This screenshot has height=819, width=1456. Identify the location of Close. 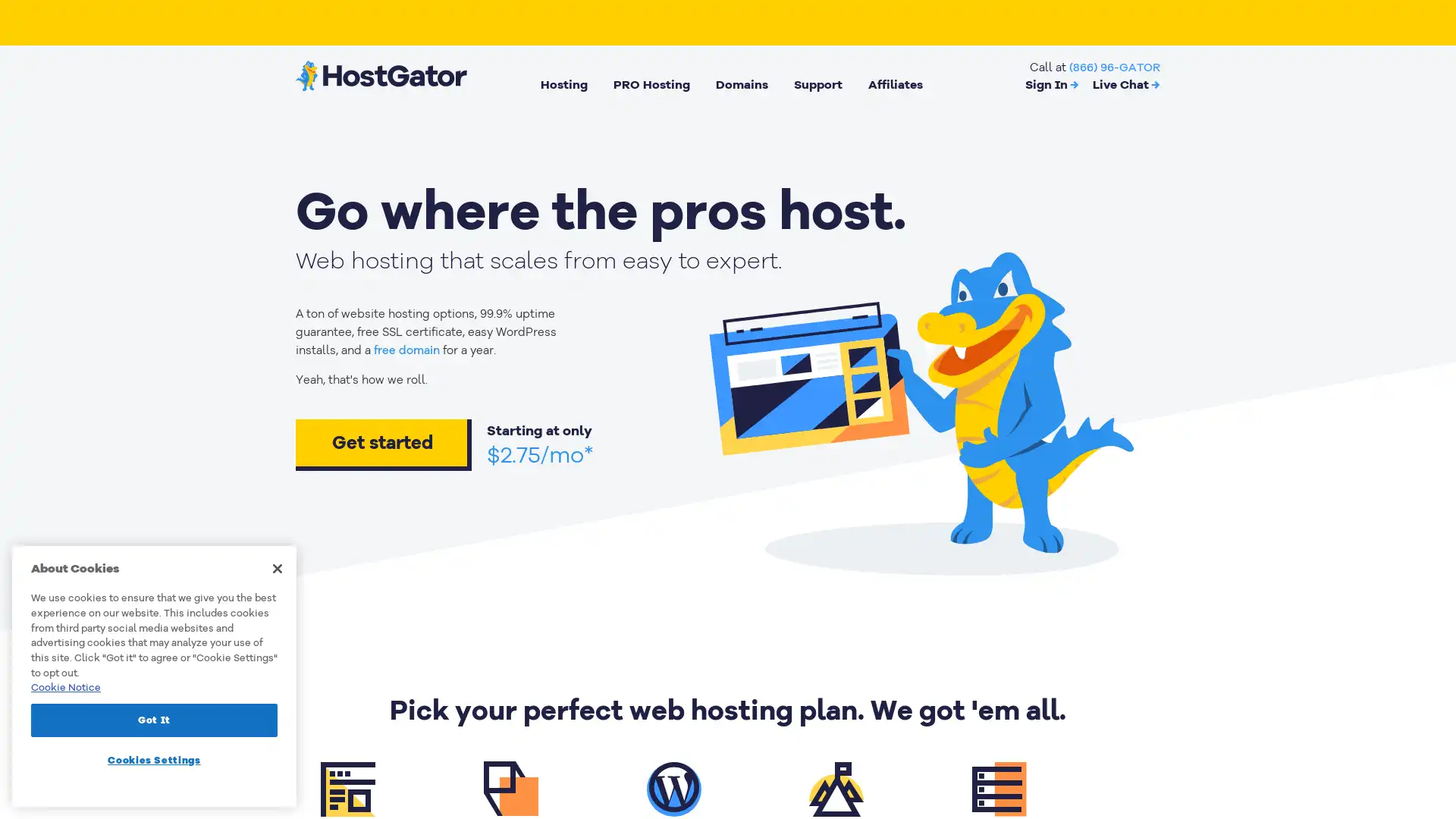
(277, 568).